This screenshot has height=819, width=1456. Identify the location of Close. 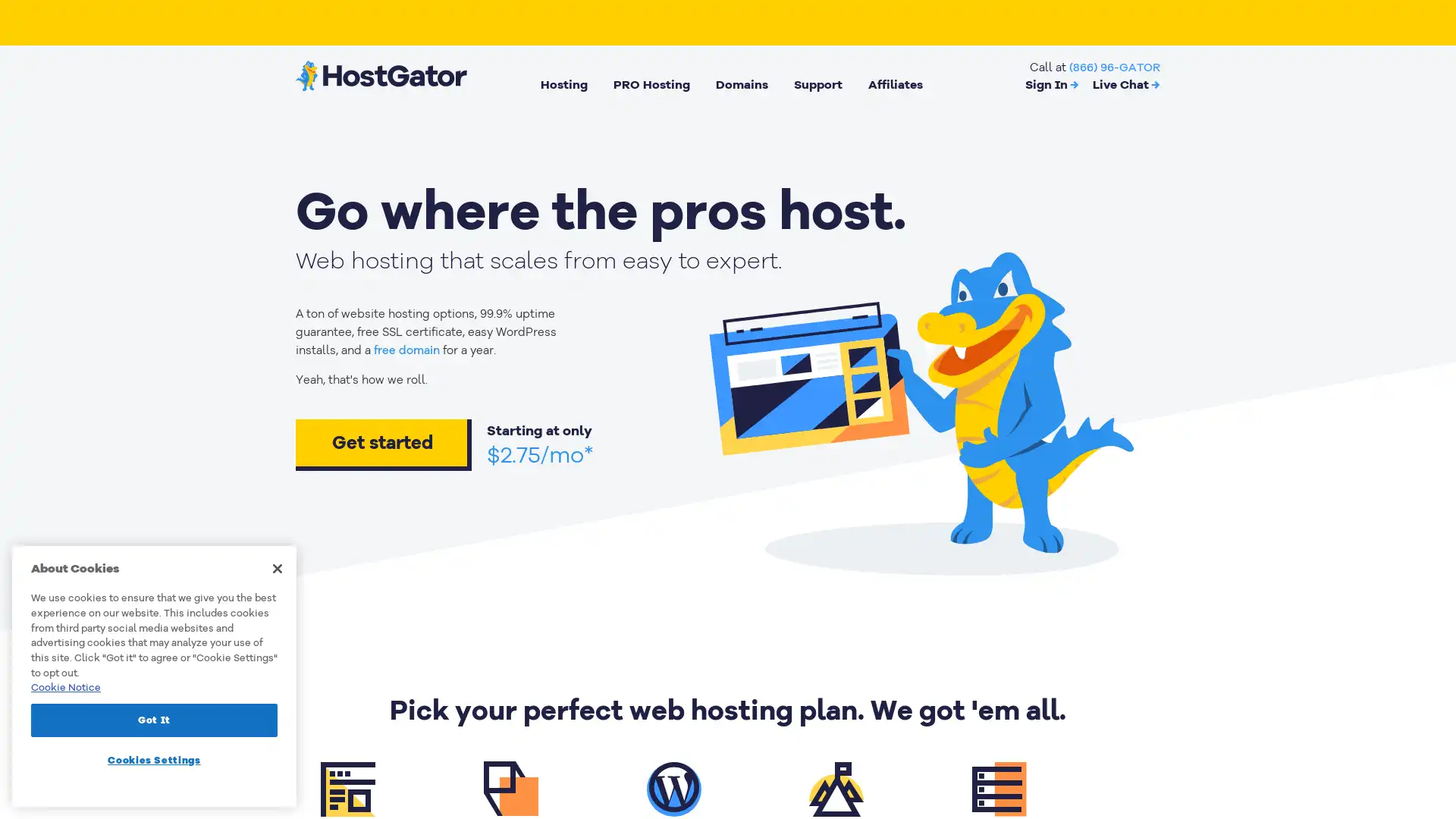
(277, 568).